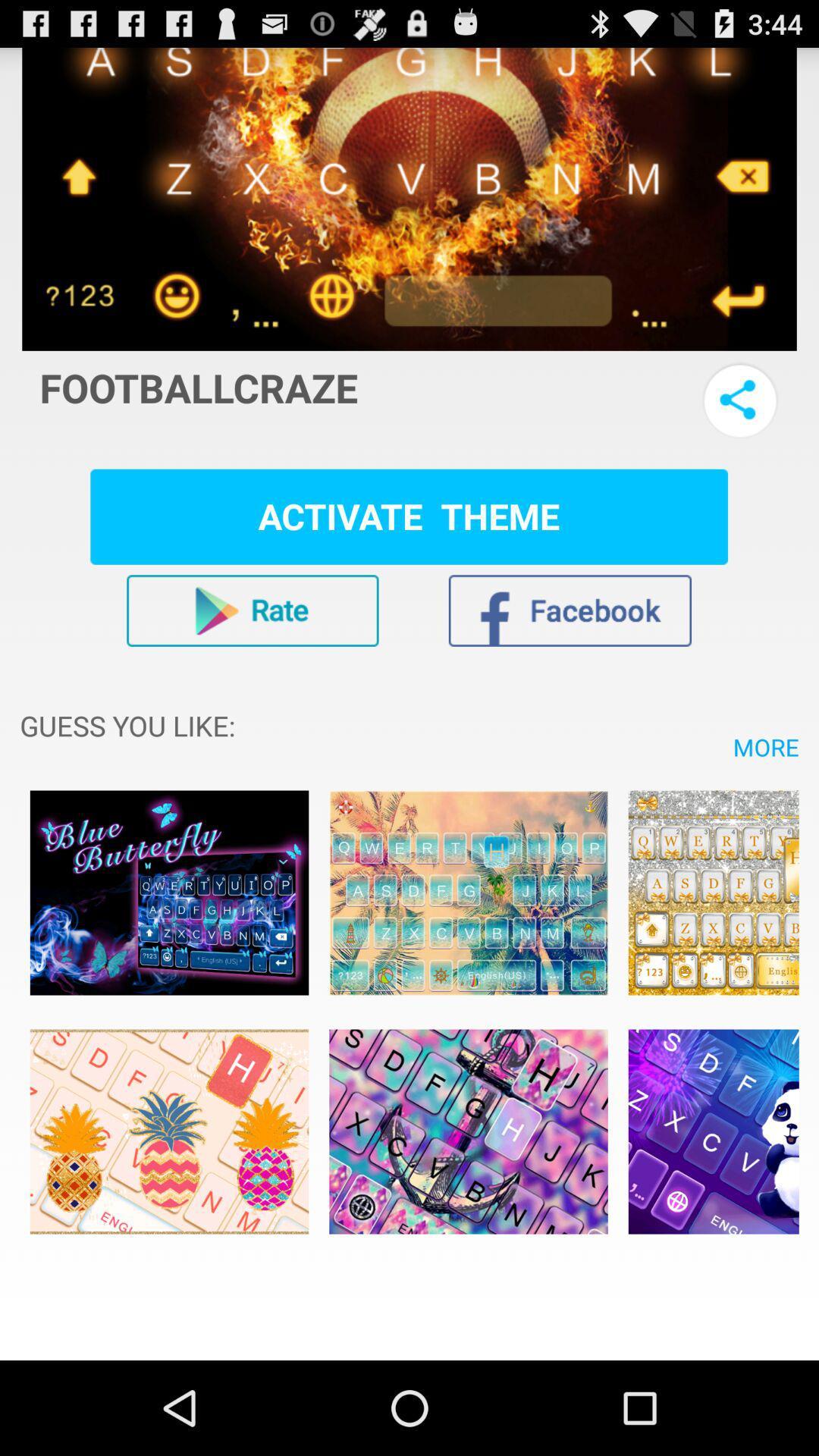 The width and height of the screenshot is (819, 1456). What do you see at coordinates (169, 1131) in the screenshot?
I see `theme` at bounding box center [169, 1131].